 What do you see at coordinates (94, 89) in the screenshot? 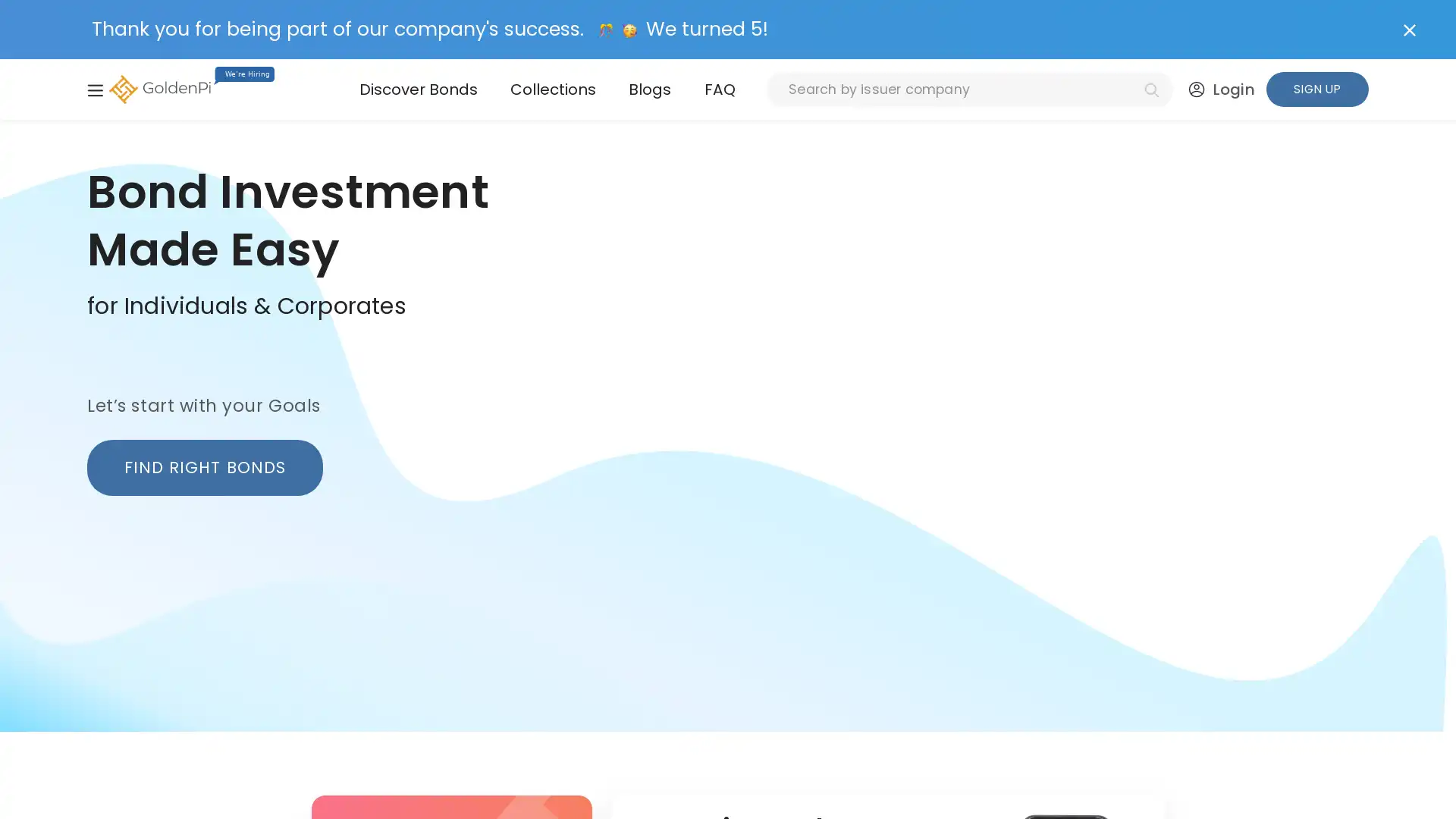
I see `open` at bounding box center [94, 89].